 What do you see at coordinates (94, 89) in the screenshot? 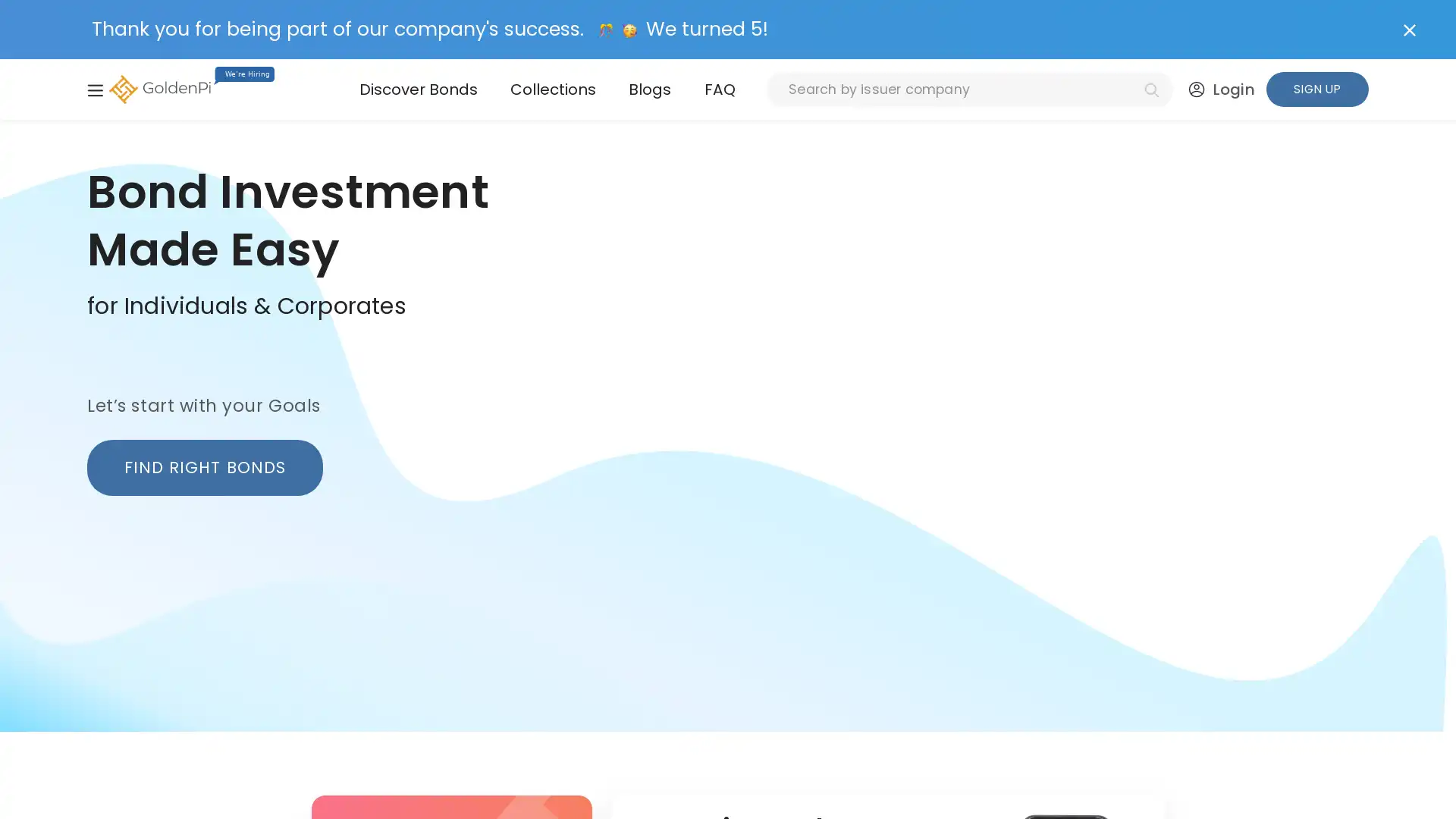
I see `open` at bounding box center [94, 89].